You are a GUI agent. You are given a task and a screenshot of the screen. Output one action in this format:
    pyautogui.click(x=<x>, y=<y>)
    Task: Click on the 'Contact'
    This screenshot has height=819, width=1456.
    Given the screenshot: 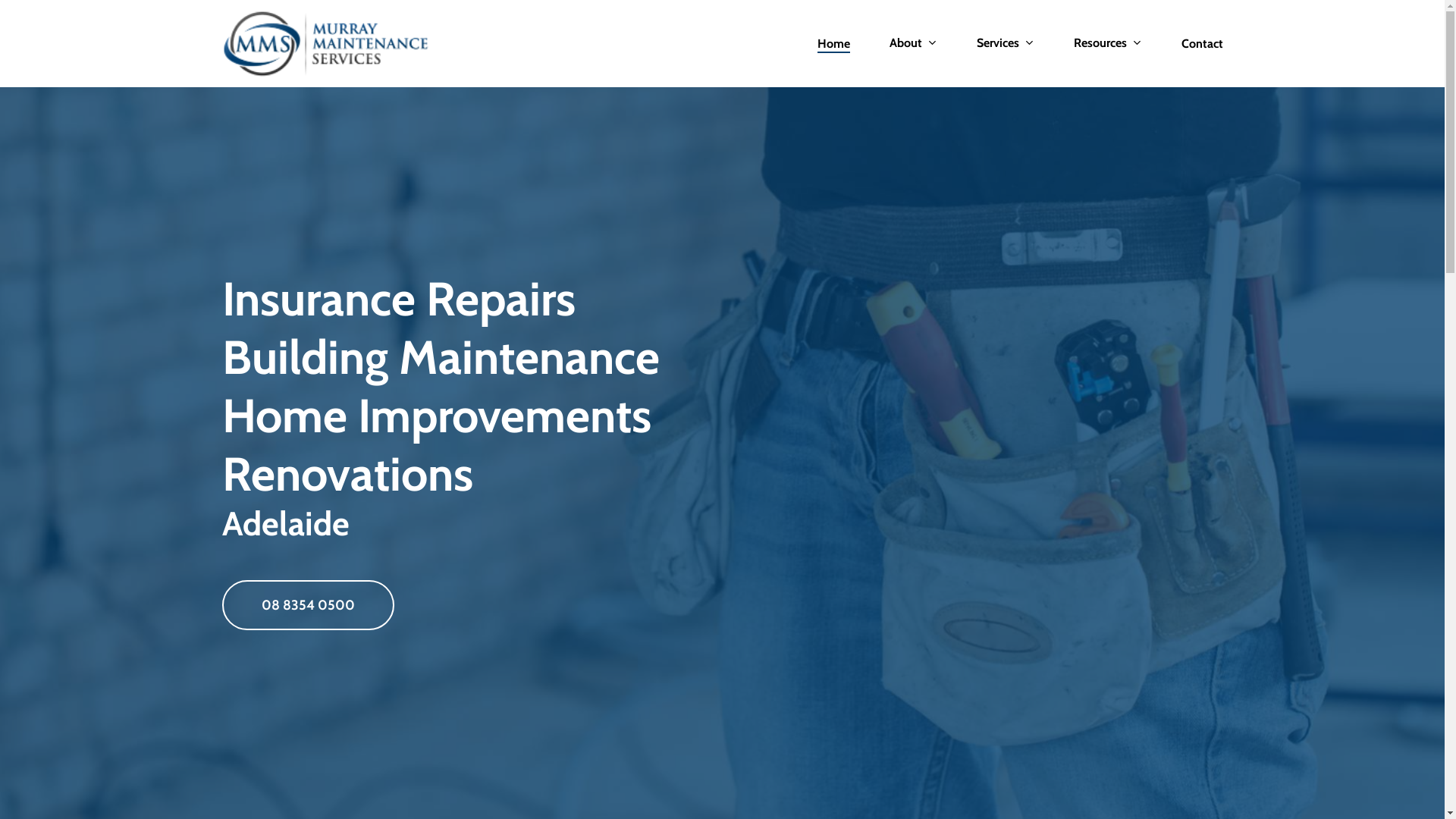 What is the action you would take?
    pyautogui.click(x=1201, y=42)
    